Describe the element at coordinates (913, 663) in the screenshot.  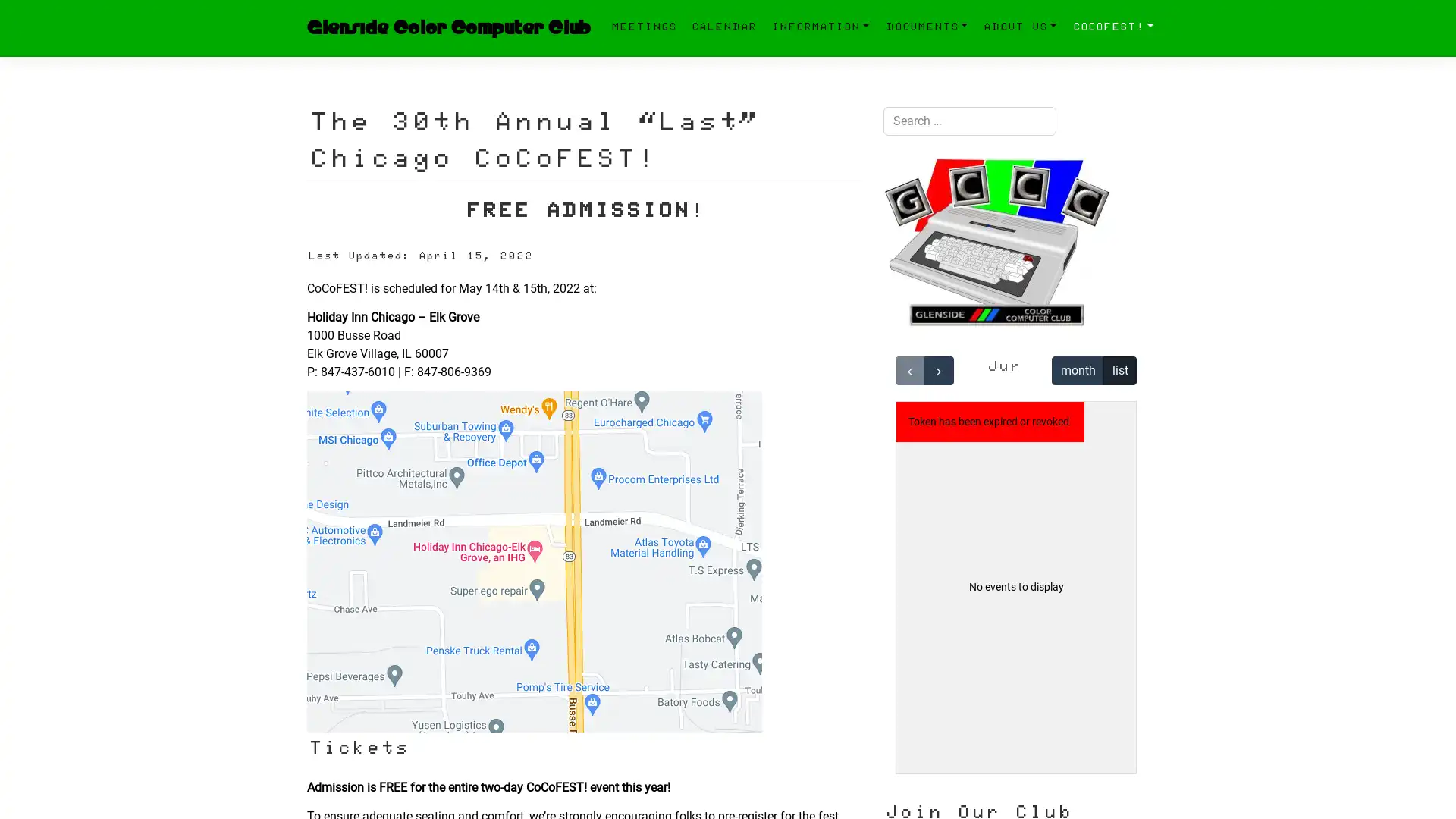
I see `Join Us` at that location.